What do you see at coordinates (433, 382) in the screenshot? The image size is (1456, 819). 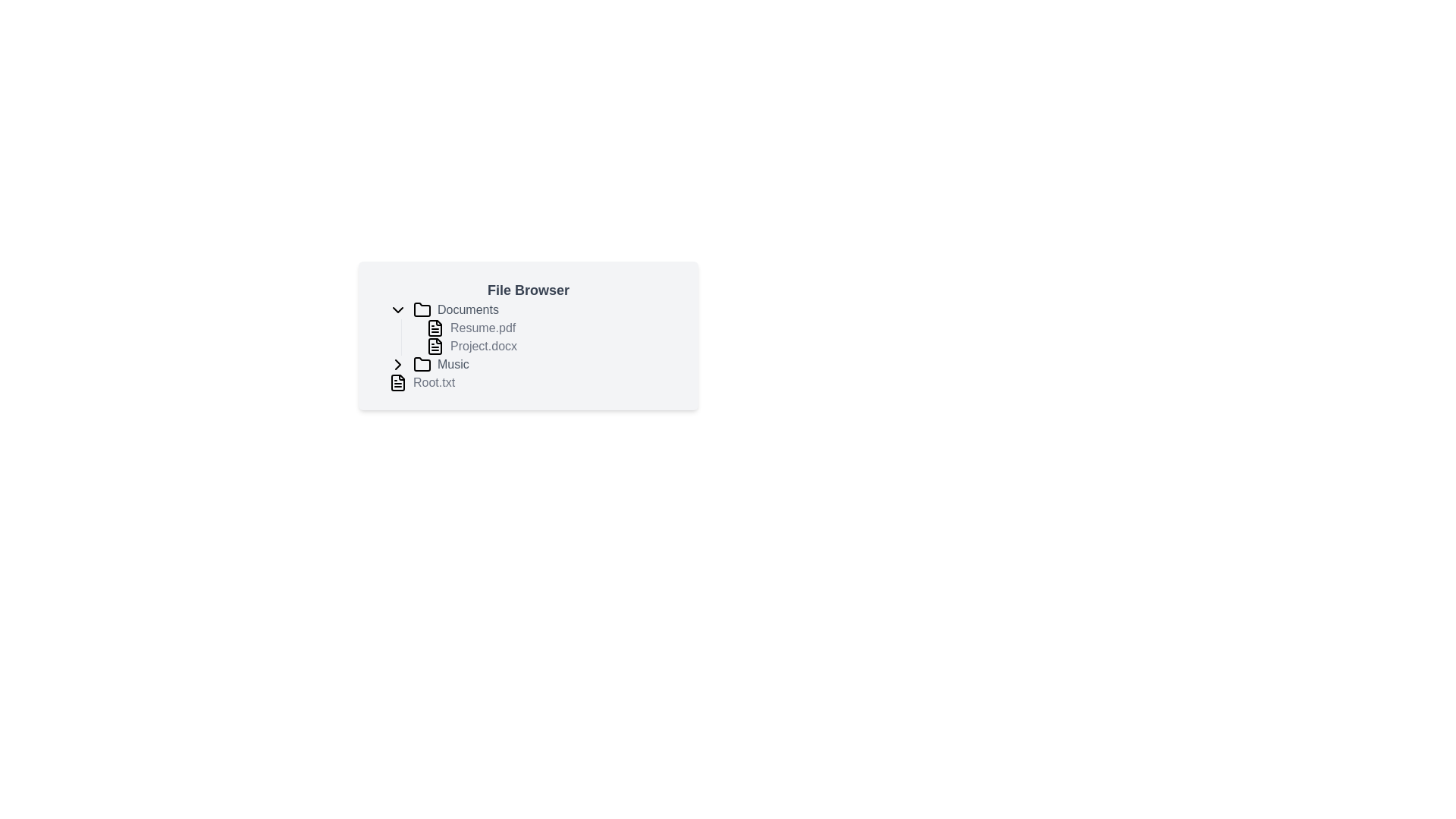 I see `the text label displaying 'Root.txt', which is styled in gray and located at the bottom of the 'File Browser' section` at bounding box center [433, 382].